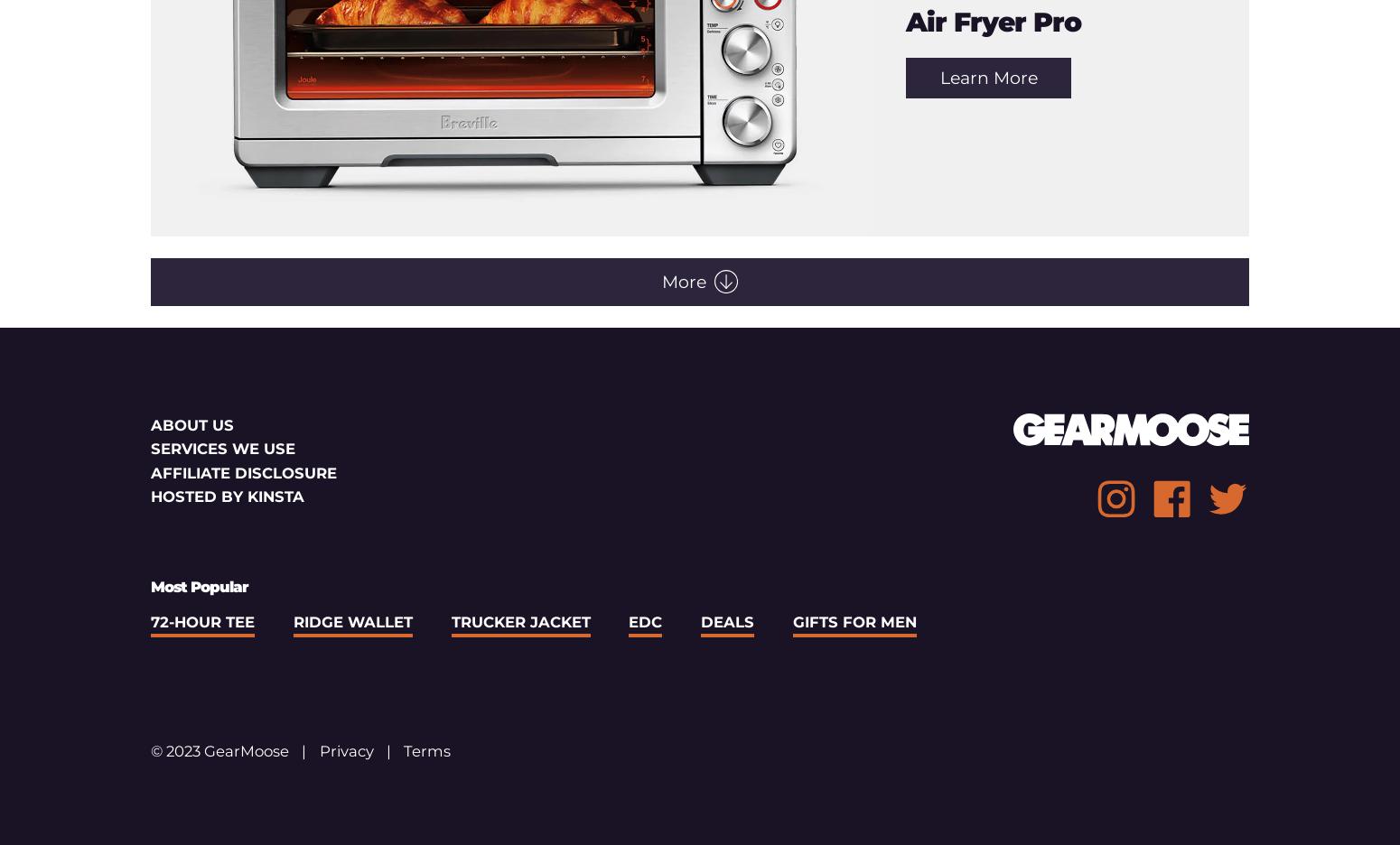 Image resolution: width=1400 pixels, height=845 pixels. What do you see at coordinates (228, 495) in the screenshot?
I see `'Hosted By Kinsta'` at bounding box center [228, 495].